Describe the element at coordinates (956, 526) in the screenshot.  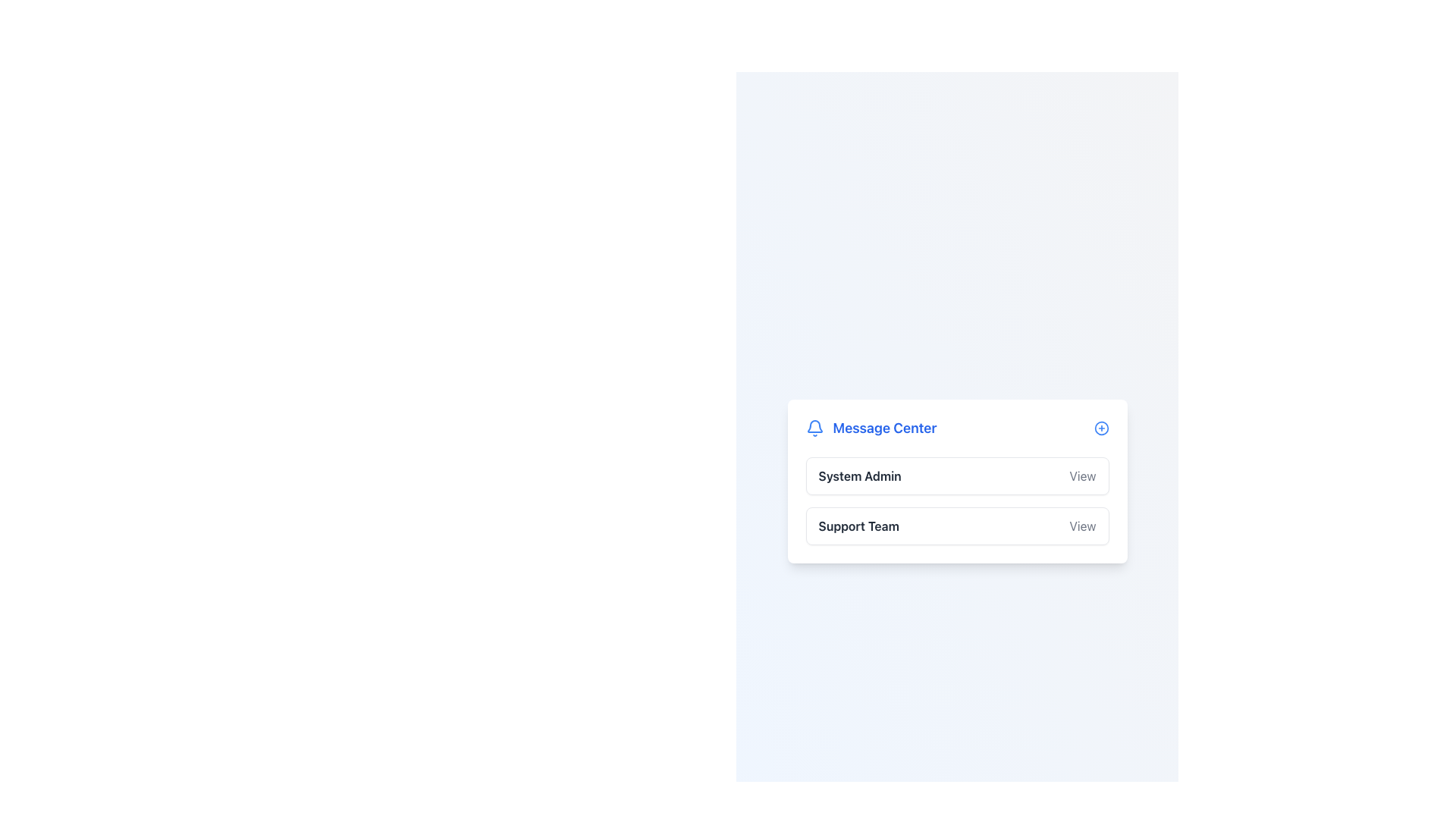
I see `the 'View' link on the 'Support Team' card, which is the second card in the Message Center` at that location.